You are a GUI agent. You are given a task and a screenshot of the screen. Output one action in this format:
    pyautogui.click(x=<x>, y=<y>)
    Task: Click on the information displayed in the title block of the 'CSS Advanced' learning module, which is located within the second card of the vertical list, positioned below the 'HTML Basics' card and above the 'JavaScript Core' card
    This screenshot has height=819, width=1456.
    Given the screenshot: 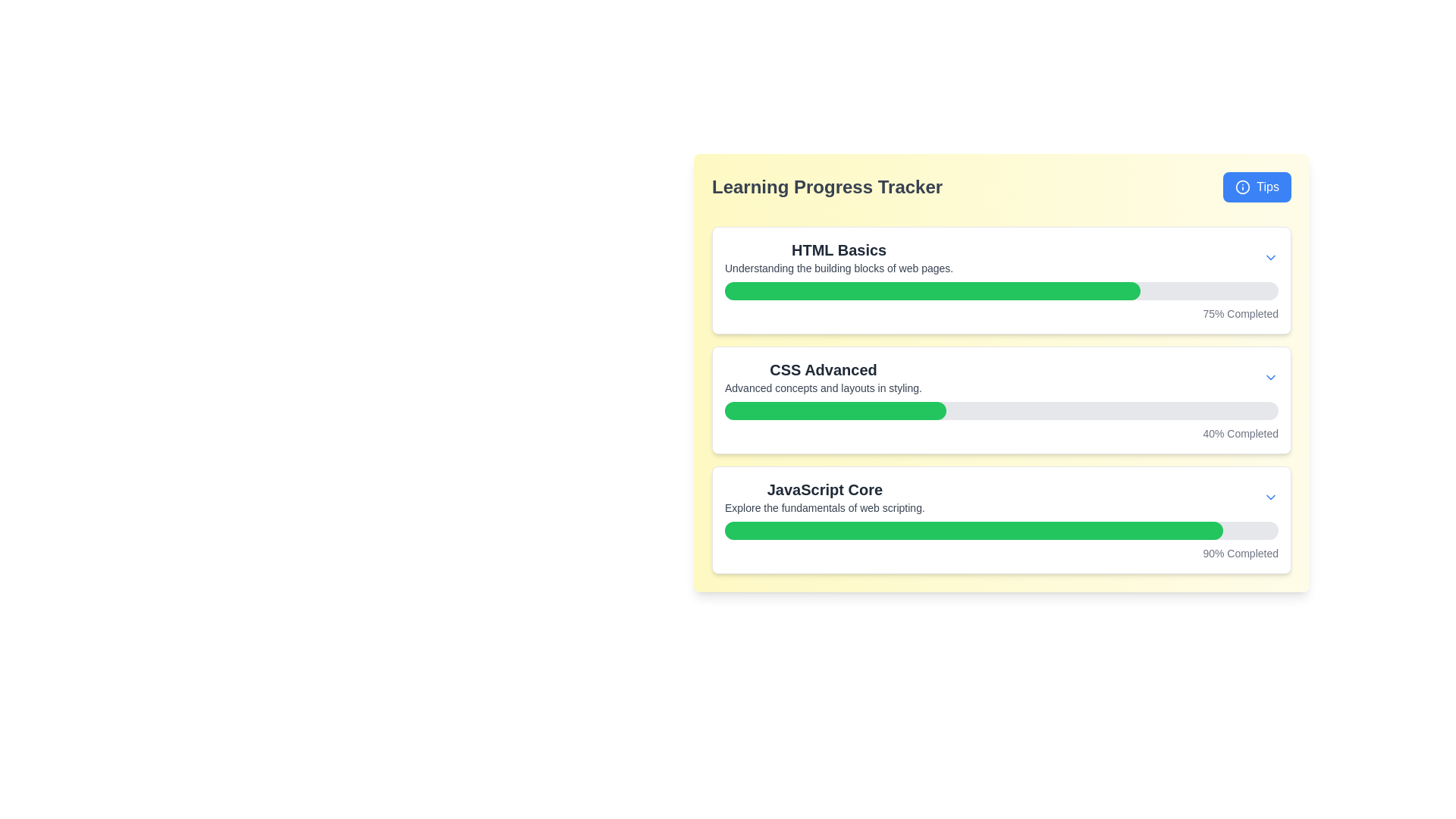 What is the action you would take?
    pyautogui.click(x=1001, y=376)
    